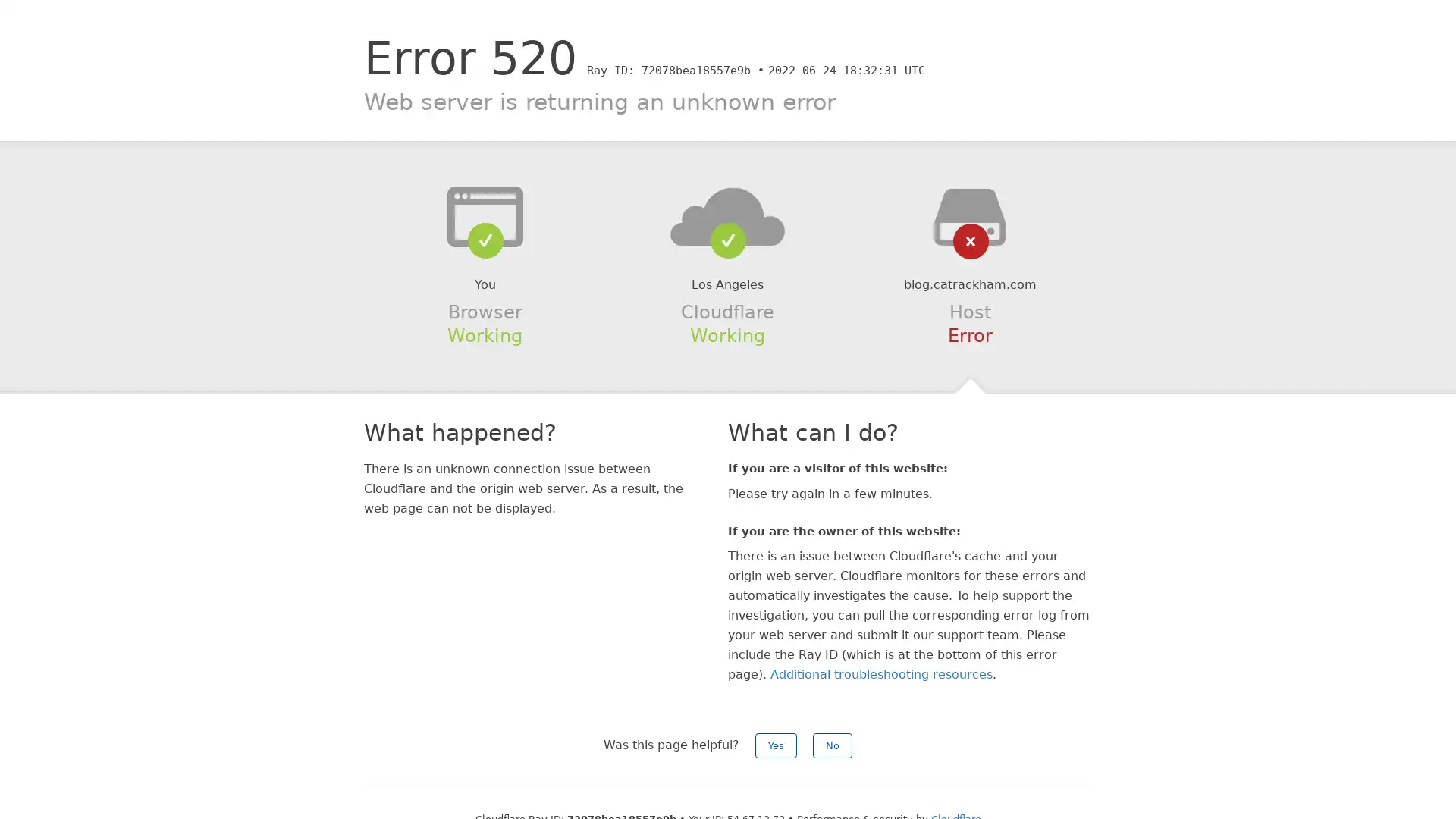  What do you see at coordinates (776, 745) in the screenshot?
I see `Yes` at bounding box center [776, 745].